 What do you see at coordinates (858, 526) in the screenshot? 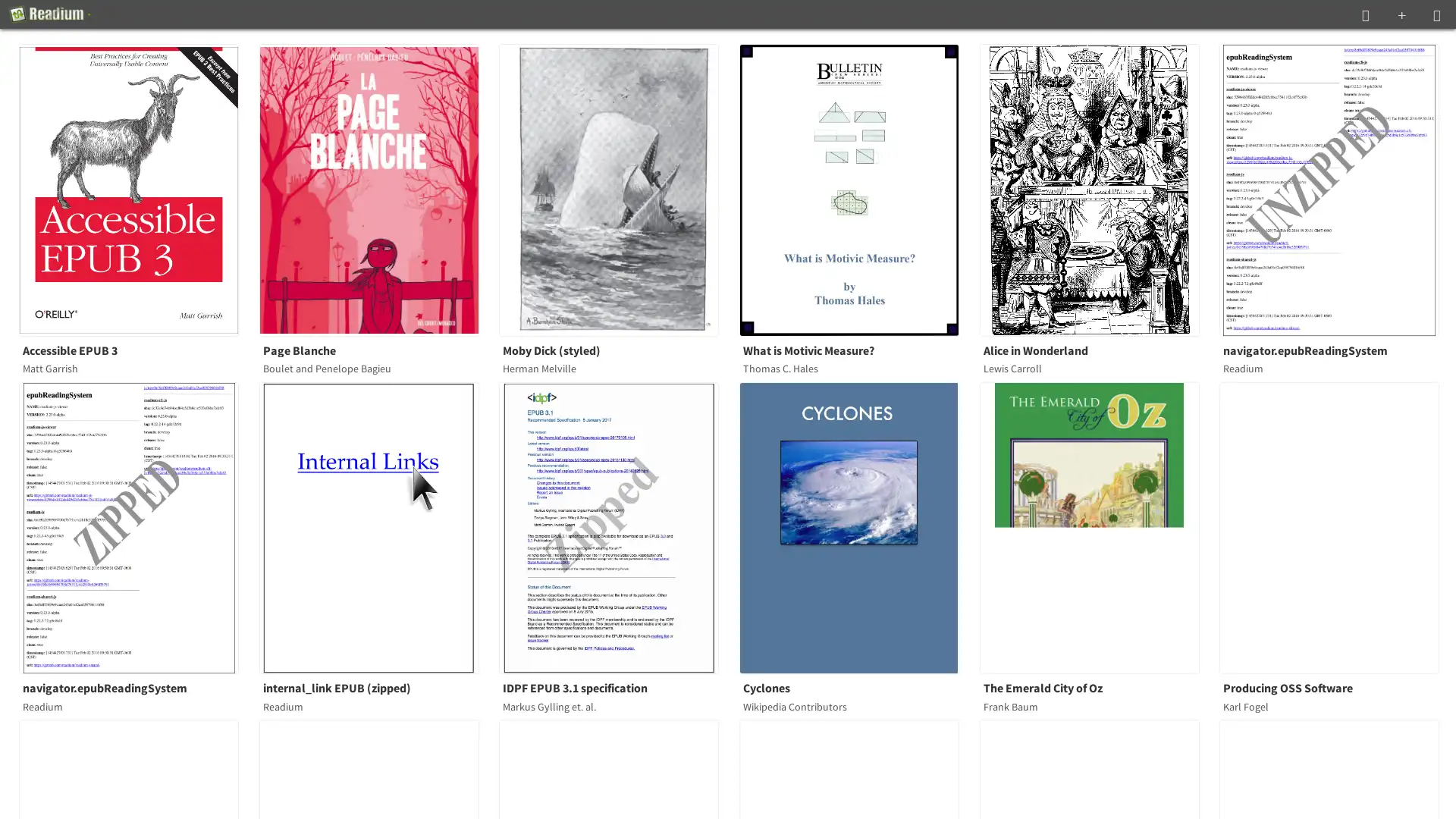
I see `(10) Cyclones` at bounding box center [858, 526].